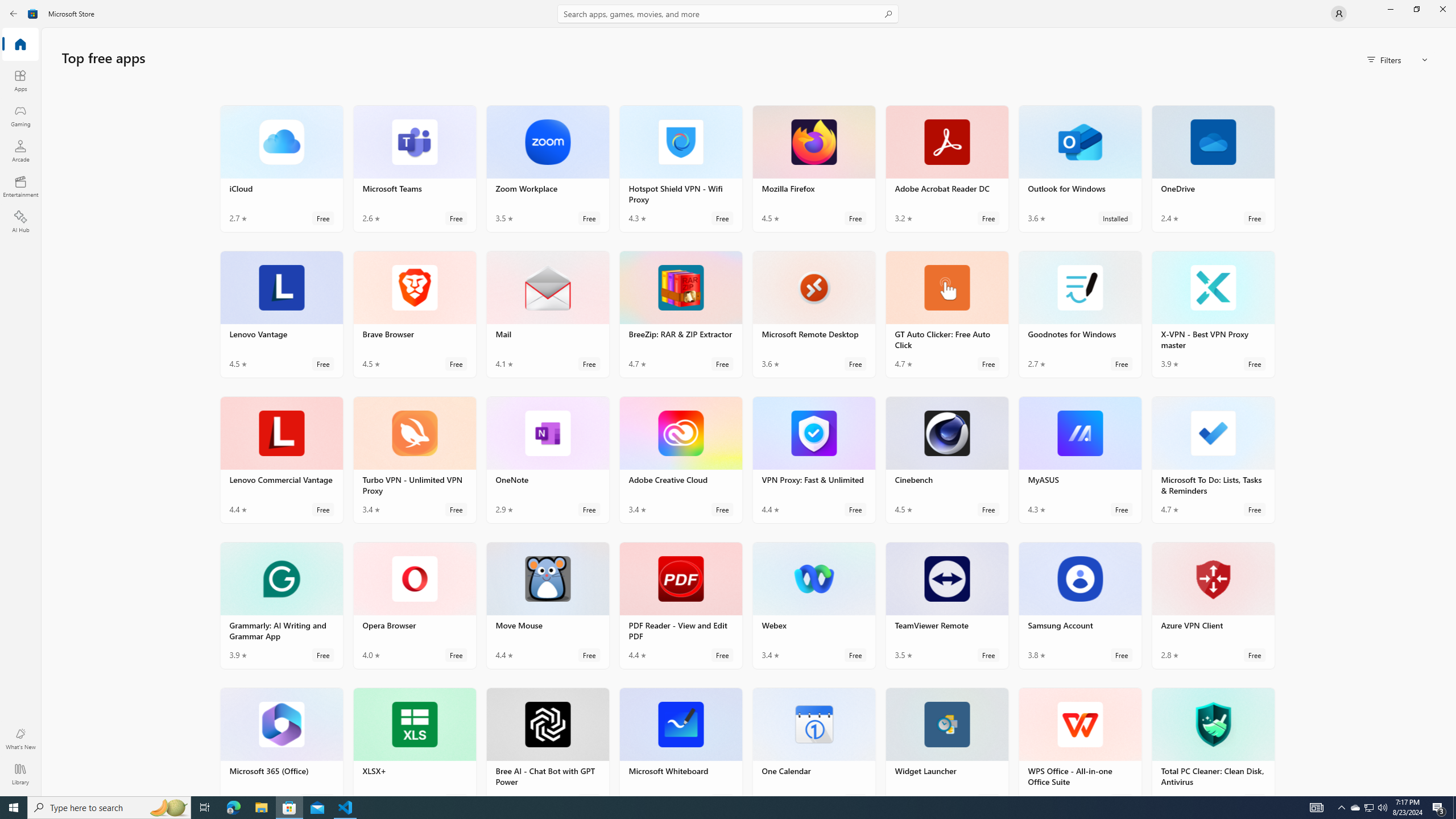 This screenshot has width=1456, height=819. I want to click on 'XLSX+. Average rating of 4.6 out of five stars. Free  ', so click(413, 741).